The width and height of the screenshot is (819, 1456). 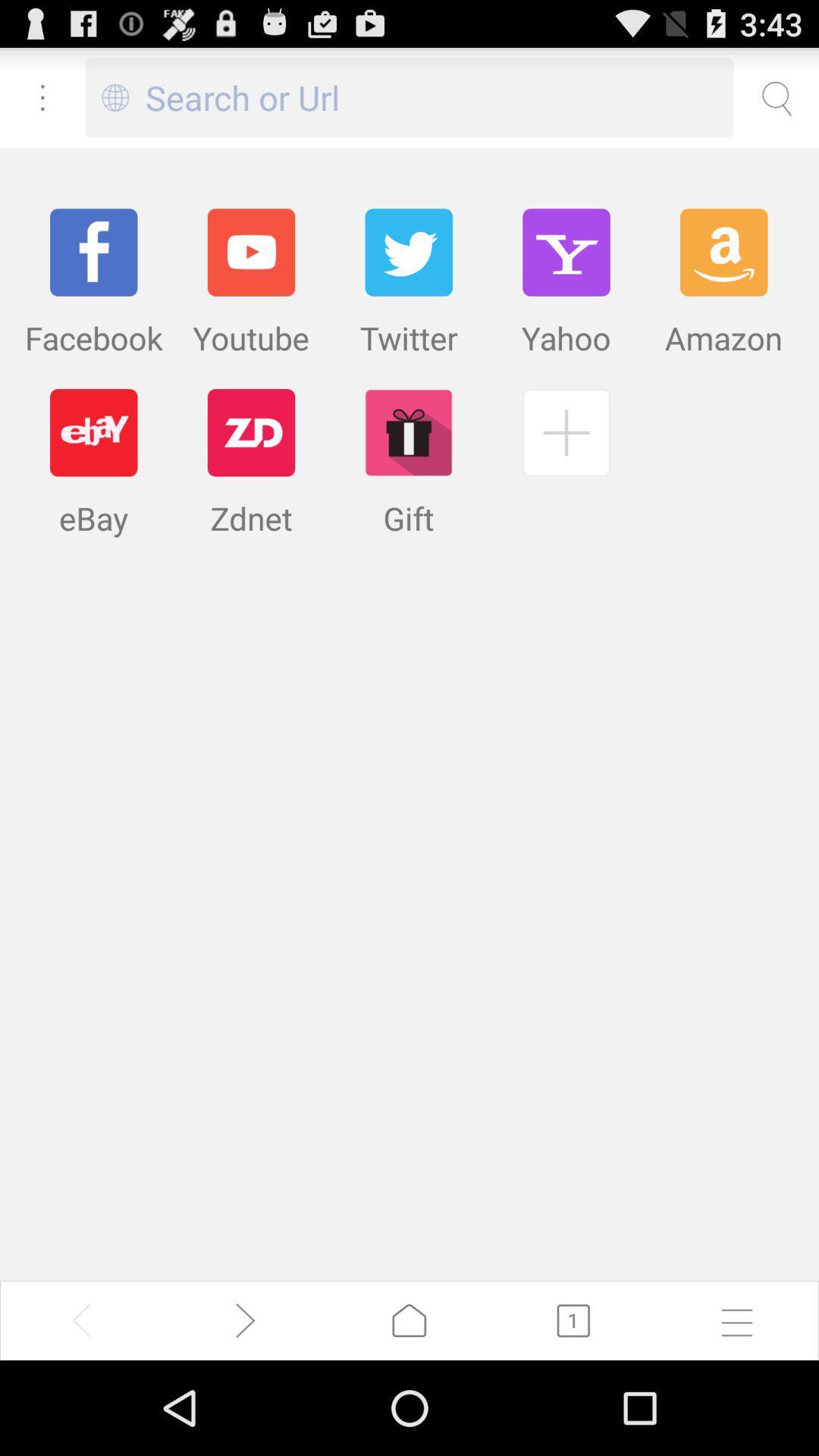 What do you see at coordinates (42, 104) in the screenshot?
I see `the more icon` at bounding box center [42, 104].